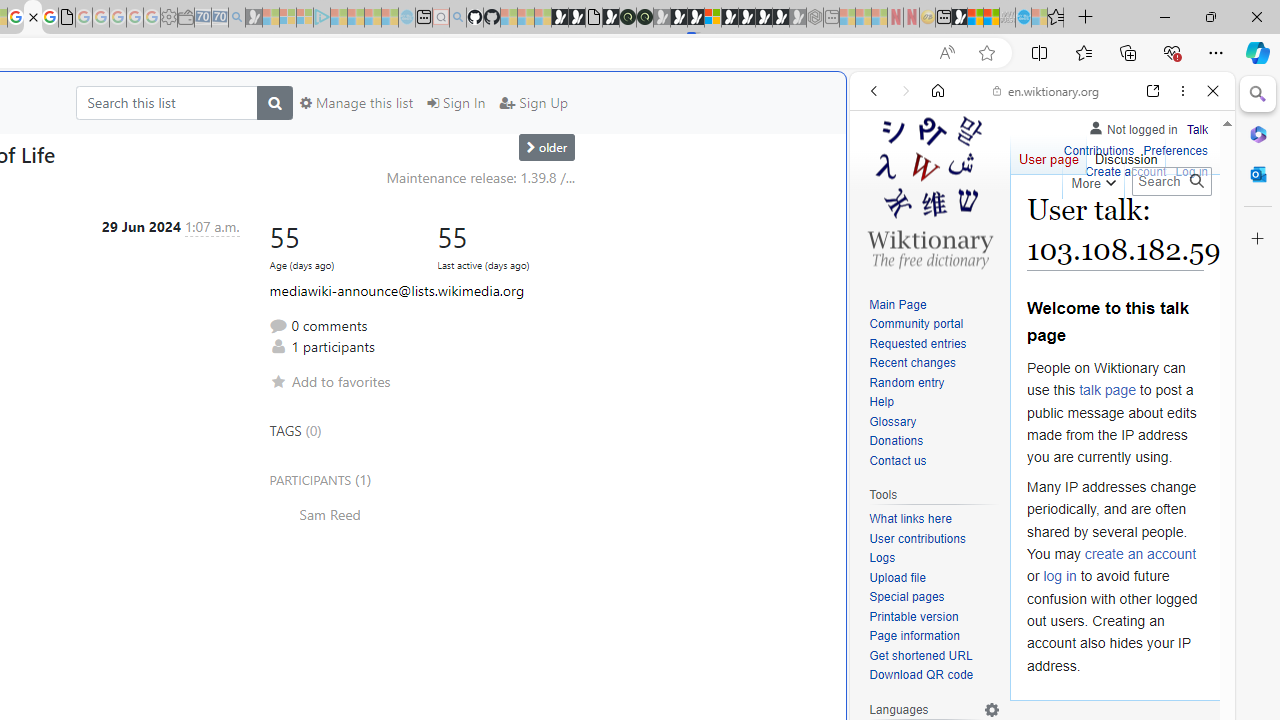  I want to click on 'Contributions', so click(1097, 147).